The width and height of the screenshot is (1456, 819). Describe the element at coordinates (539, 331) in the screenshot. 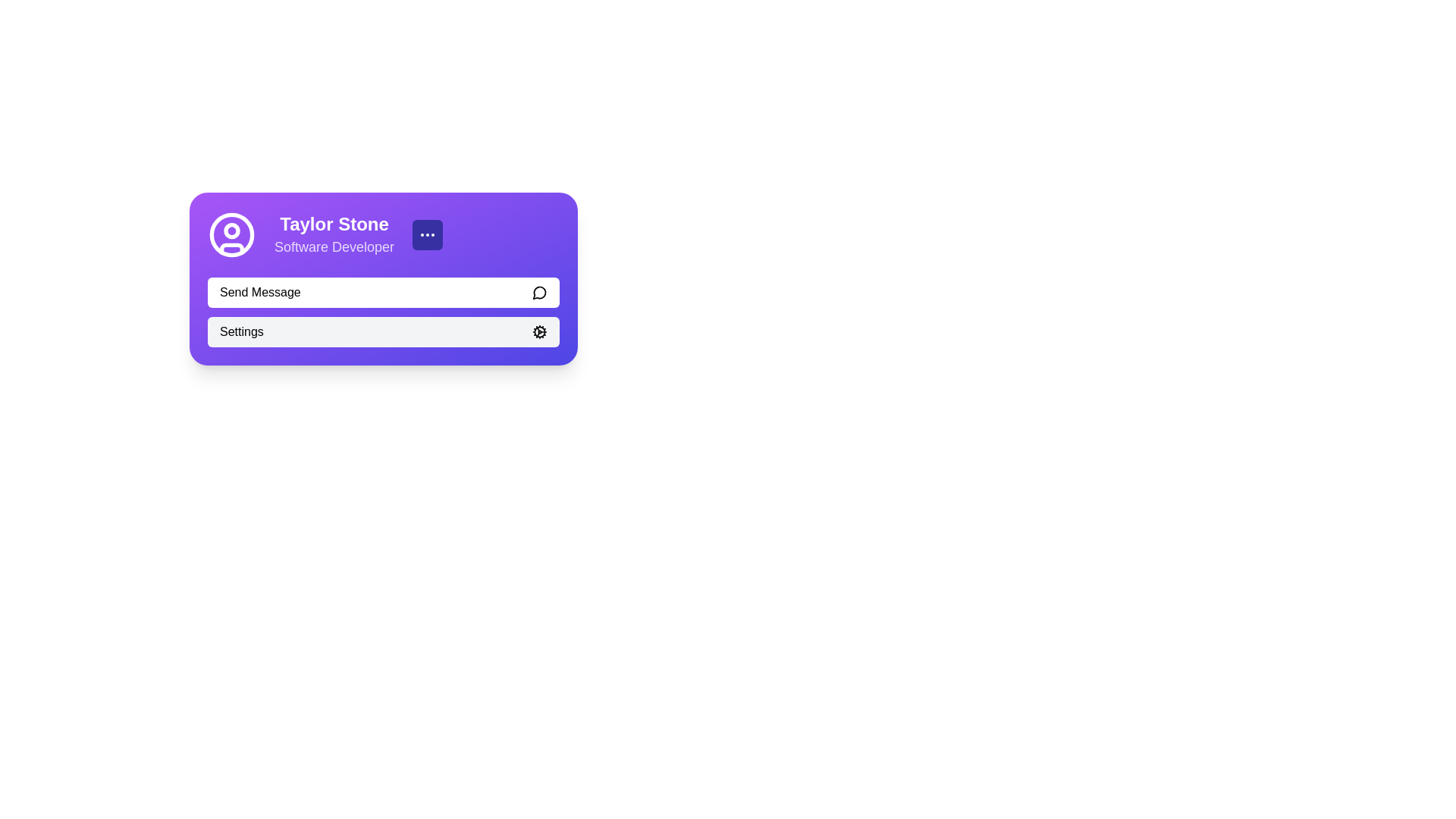

I see `the central circular part of the settings cog icon, which is located at the far right end of the 'Settings' button` at that location.